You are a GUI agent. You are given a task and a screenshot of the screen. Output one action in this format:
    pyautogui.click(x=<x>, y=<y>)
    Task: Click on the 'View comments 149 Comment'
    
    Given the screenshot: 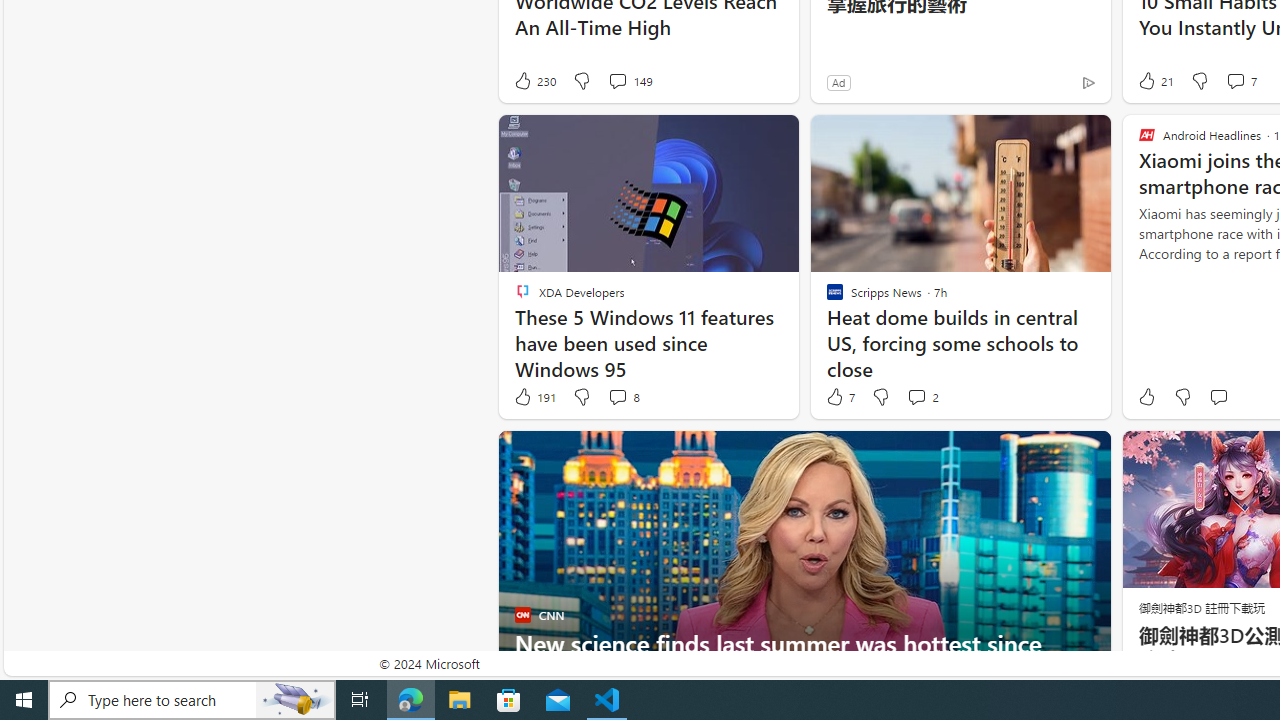 What is the action you would take?
    pyautogui.click(x=616, y=80)
    